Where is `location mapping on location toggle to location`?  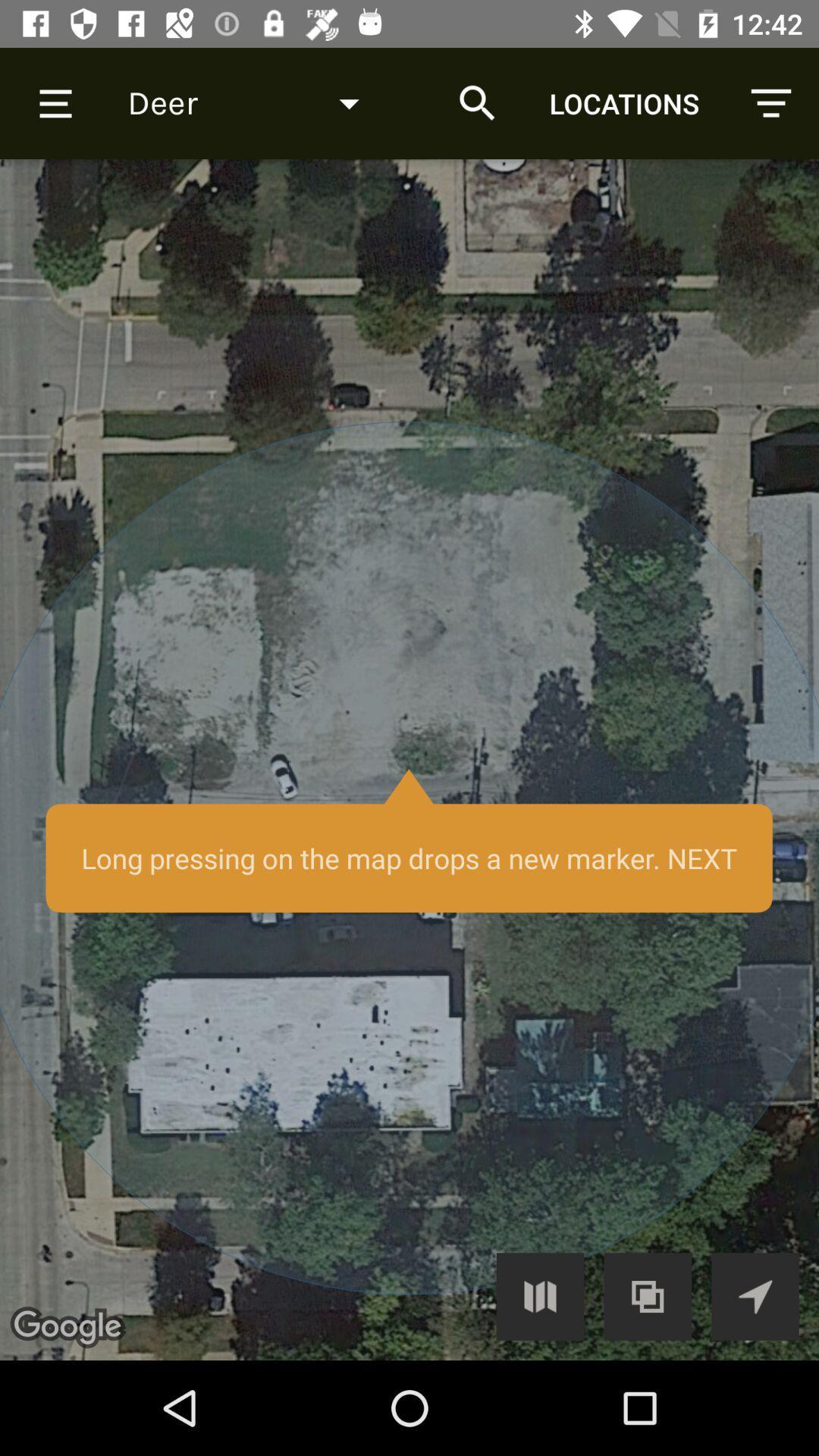
location mapping on location toggle to location is located at coordinates (755, 1295).